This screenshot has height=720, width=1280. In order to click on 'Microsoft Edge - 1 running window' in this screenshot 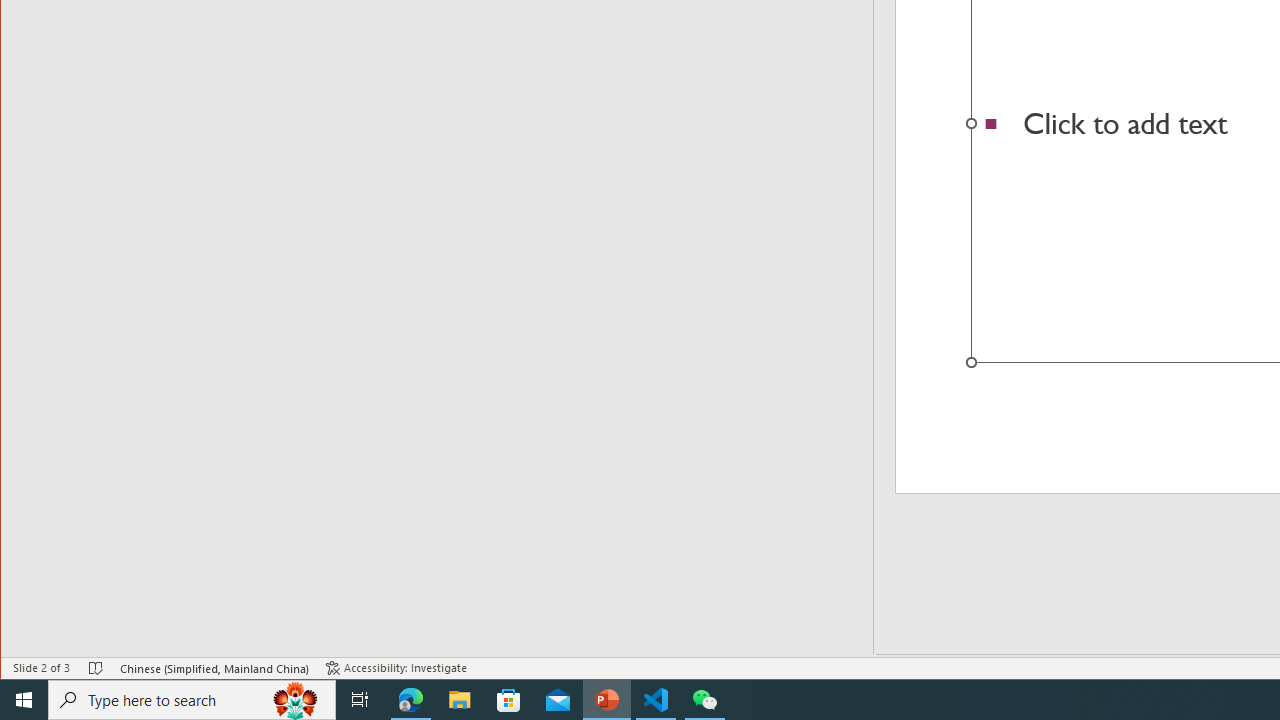, I will do `click(410, 698)`.